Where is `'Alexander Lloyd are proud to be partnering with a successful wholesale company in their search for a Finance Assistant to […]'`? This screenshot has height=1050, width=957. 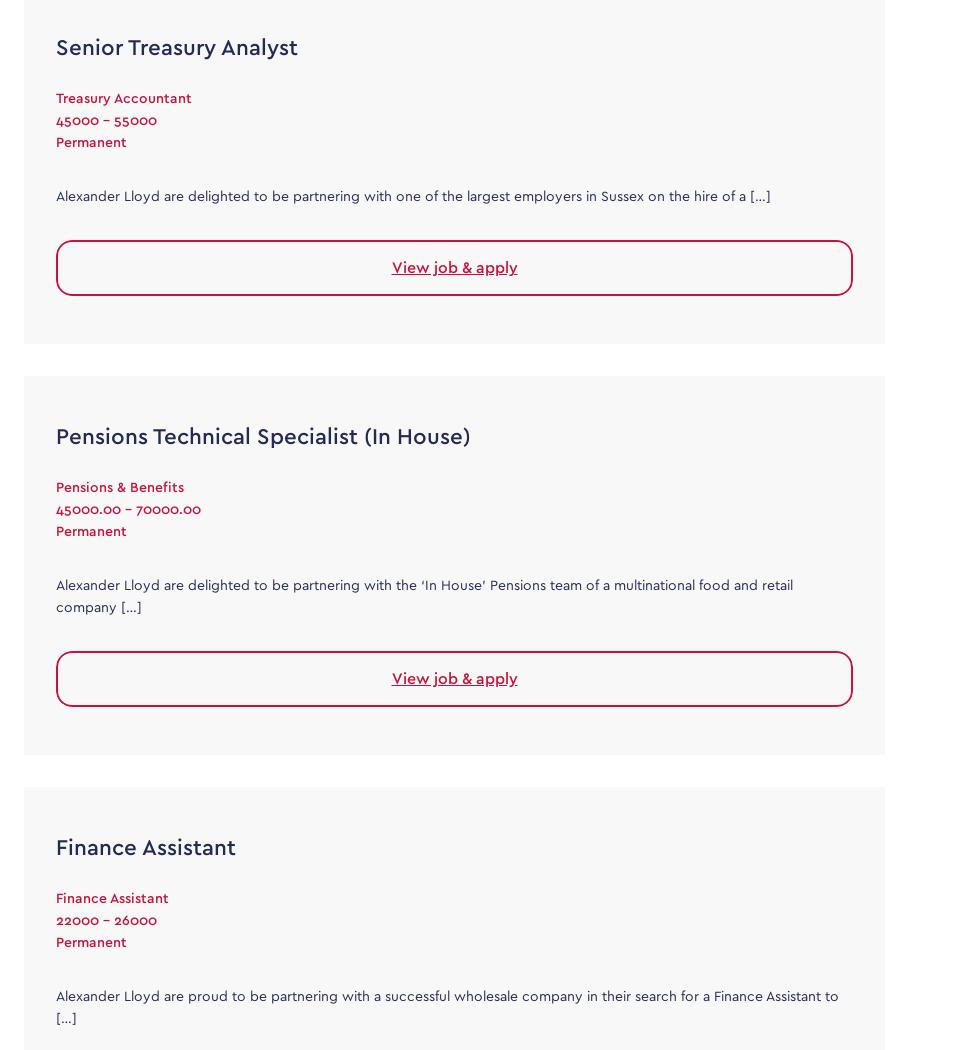
'Alexander Lloyd are proud to be partnering with a successful wholesale company in their search for a Finance Assistant to […]' is located at coordinates (446, 1006).